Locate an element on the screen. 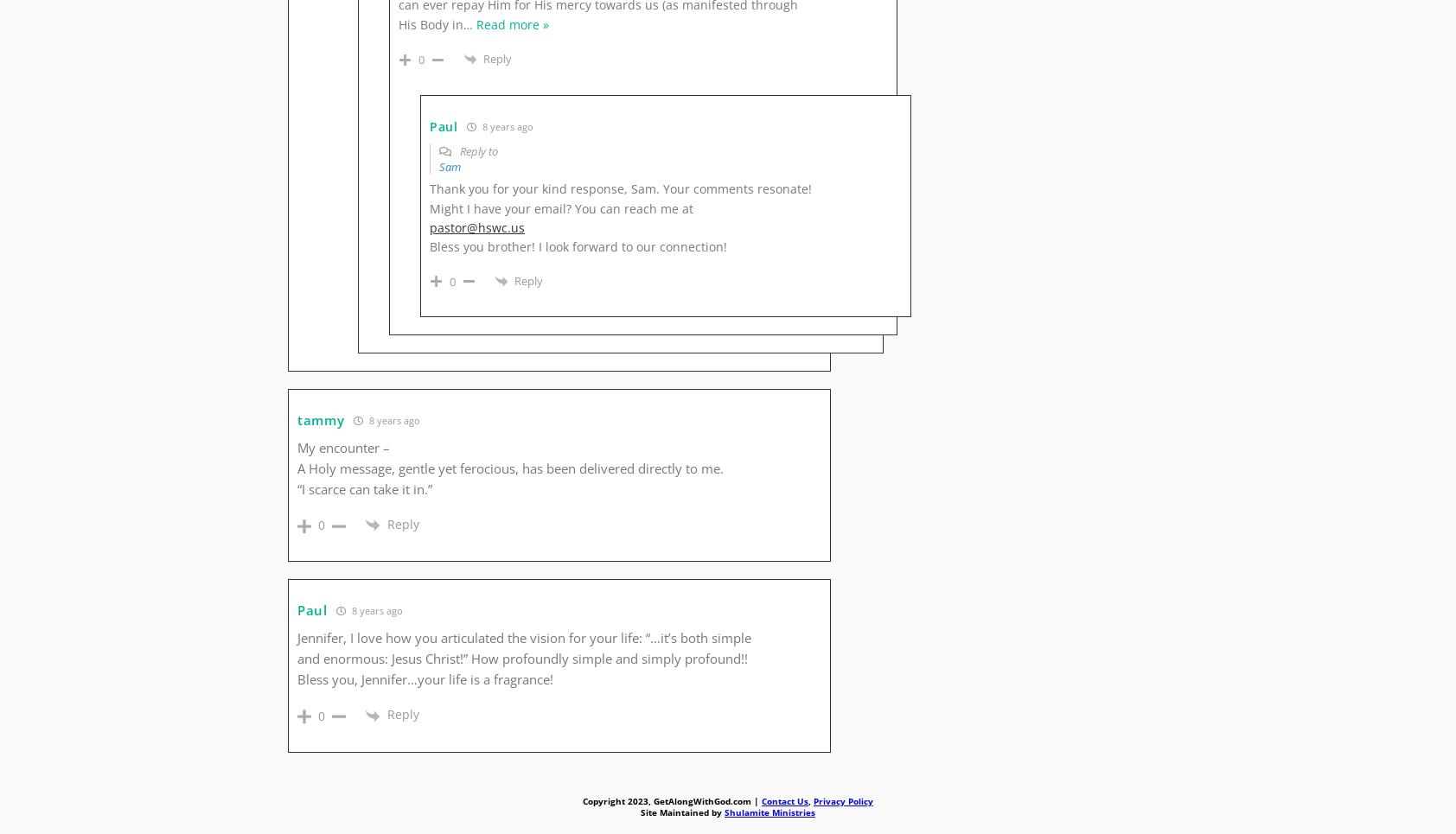  'Contact Us' is located at coordinates (784, 799).